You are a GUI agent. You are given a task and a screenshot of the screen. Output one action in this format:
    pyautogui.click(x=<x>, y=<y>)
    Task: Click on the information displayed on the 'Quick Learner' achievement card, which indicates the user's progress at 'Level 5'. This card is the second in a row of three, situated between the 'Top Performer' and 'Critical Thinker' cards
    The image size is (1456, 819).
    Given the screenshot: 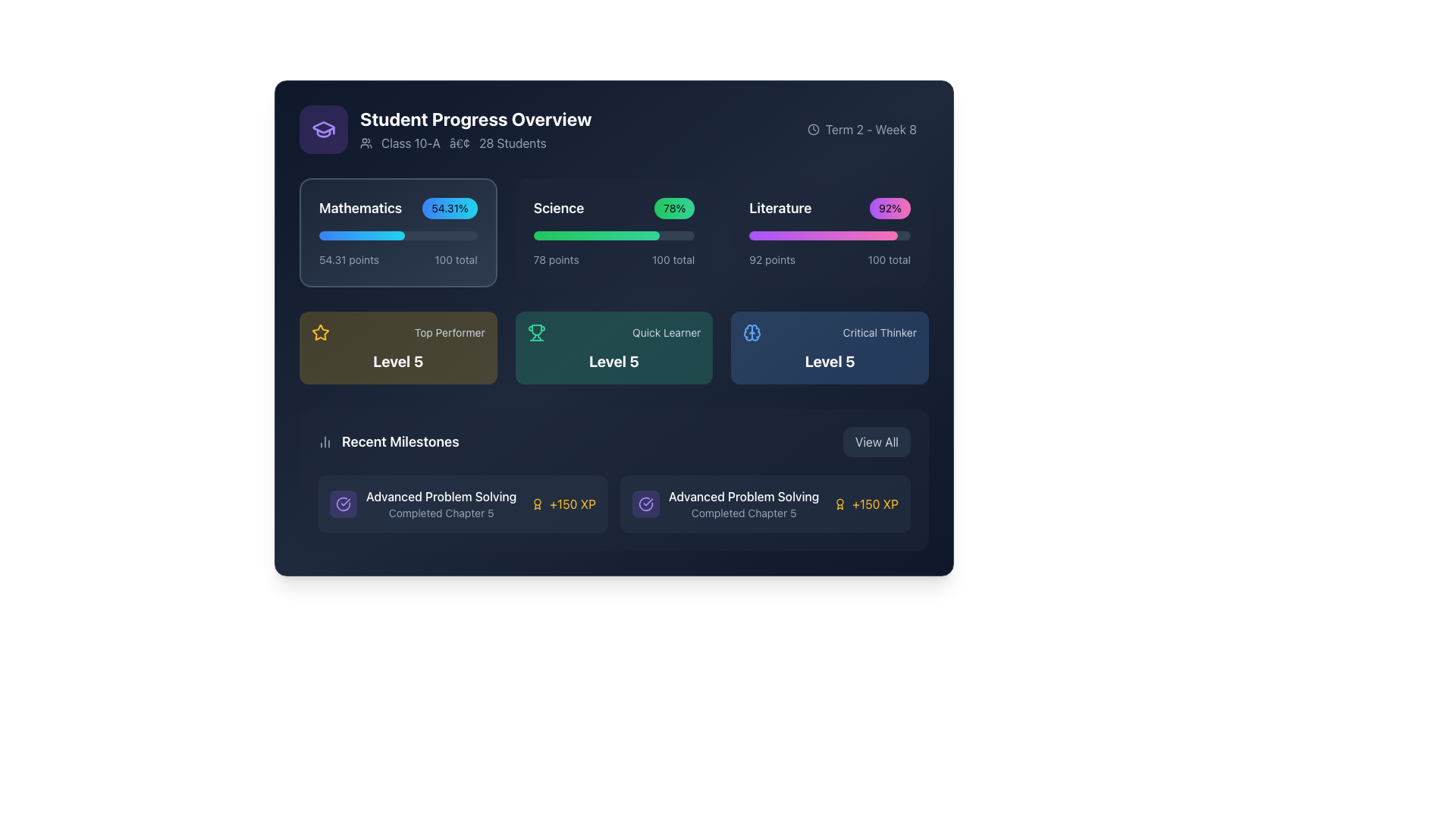 What is the action you would take?
    pyautogui.click(x=614, y=348)
    